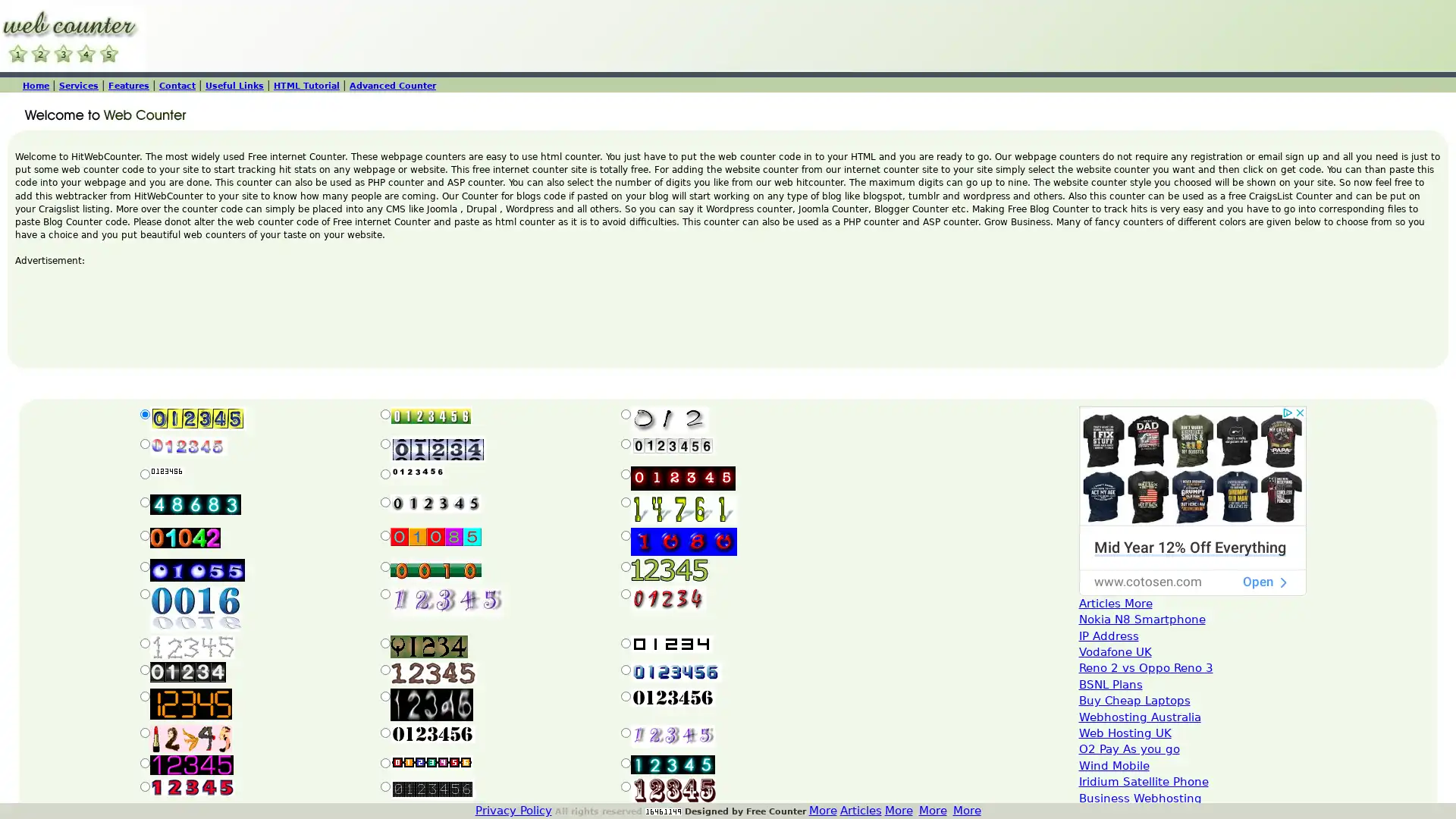 The height and width of the screenshot is (819, 1456). Describe the element at coordinates (672, 698) in the screenshot. I see `Submit` at that location.